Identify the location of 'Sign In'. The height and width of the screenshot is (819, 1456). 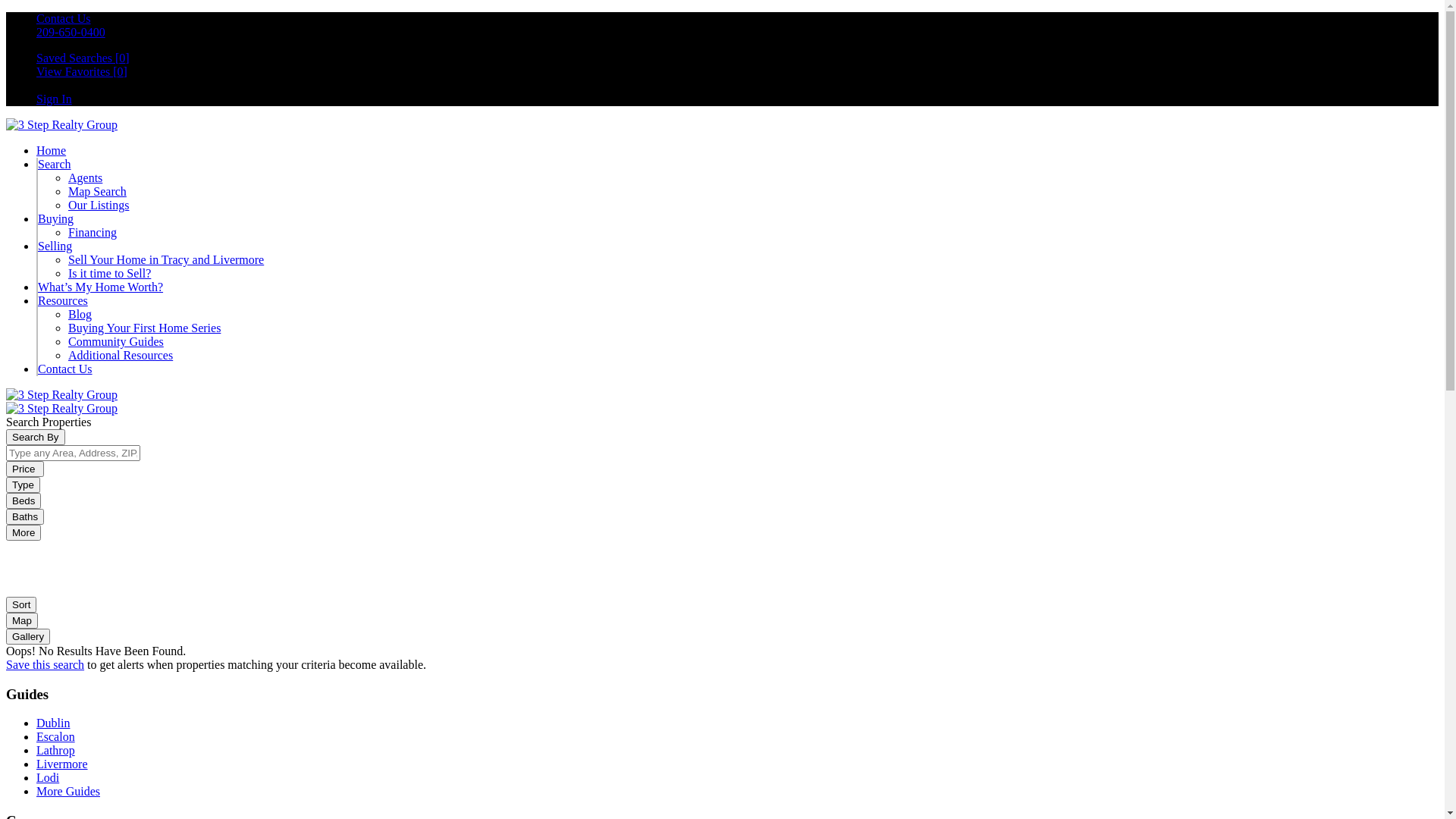
(54, 99).